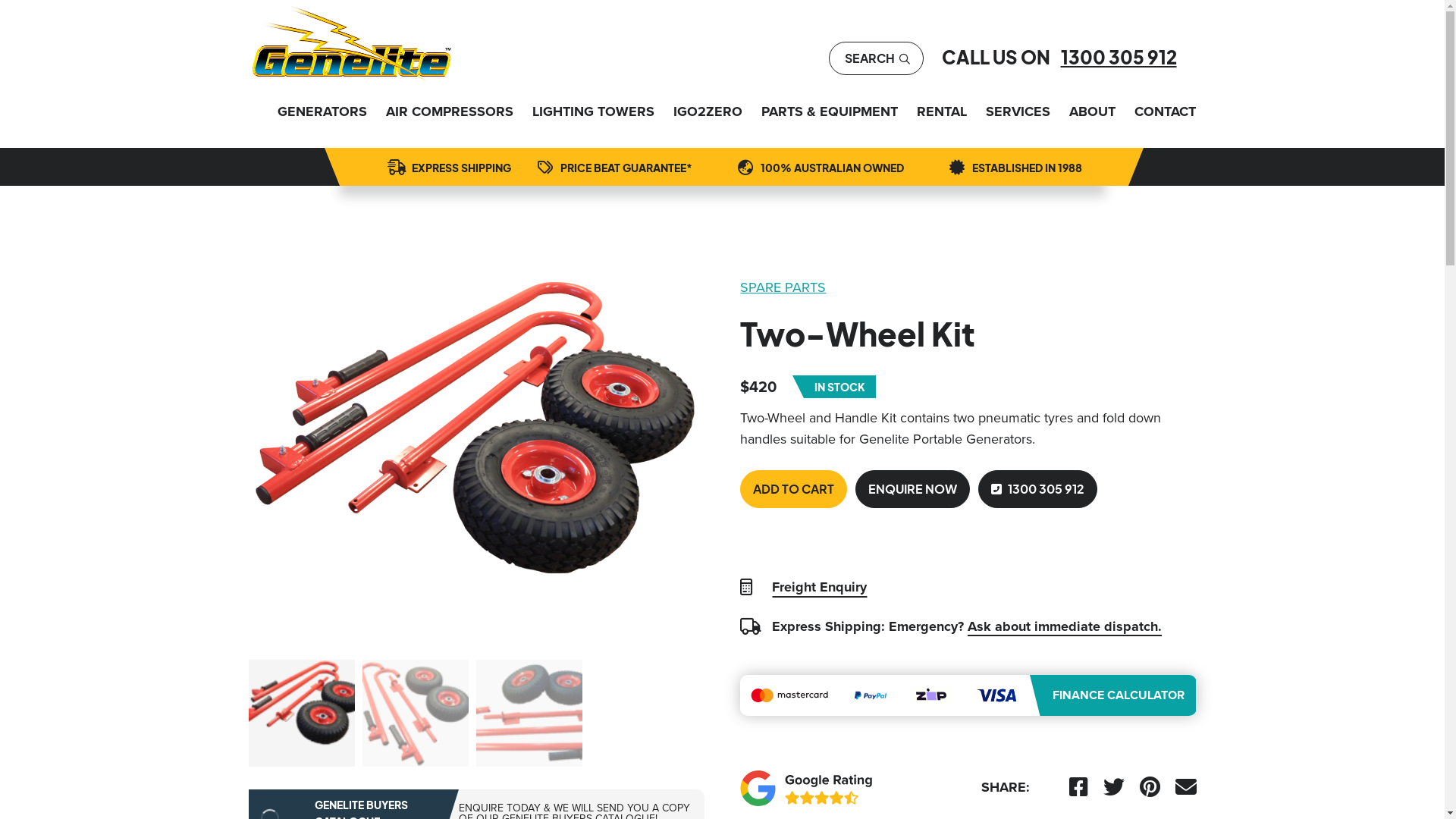 The height and width of the screenshot is (819, 1456). What do you see at coordinates (761, 110) in the screenshot?
I see `'PARTS & EQUIPMENT'` at bounding box center [761, 110].